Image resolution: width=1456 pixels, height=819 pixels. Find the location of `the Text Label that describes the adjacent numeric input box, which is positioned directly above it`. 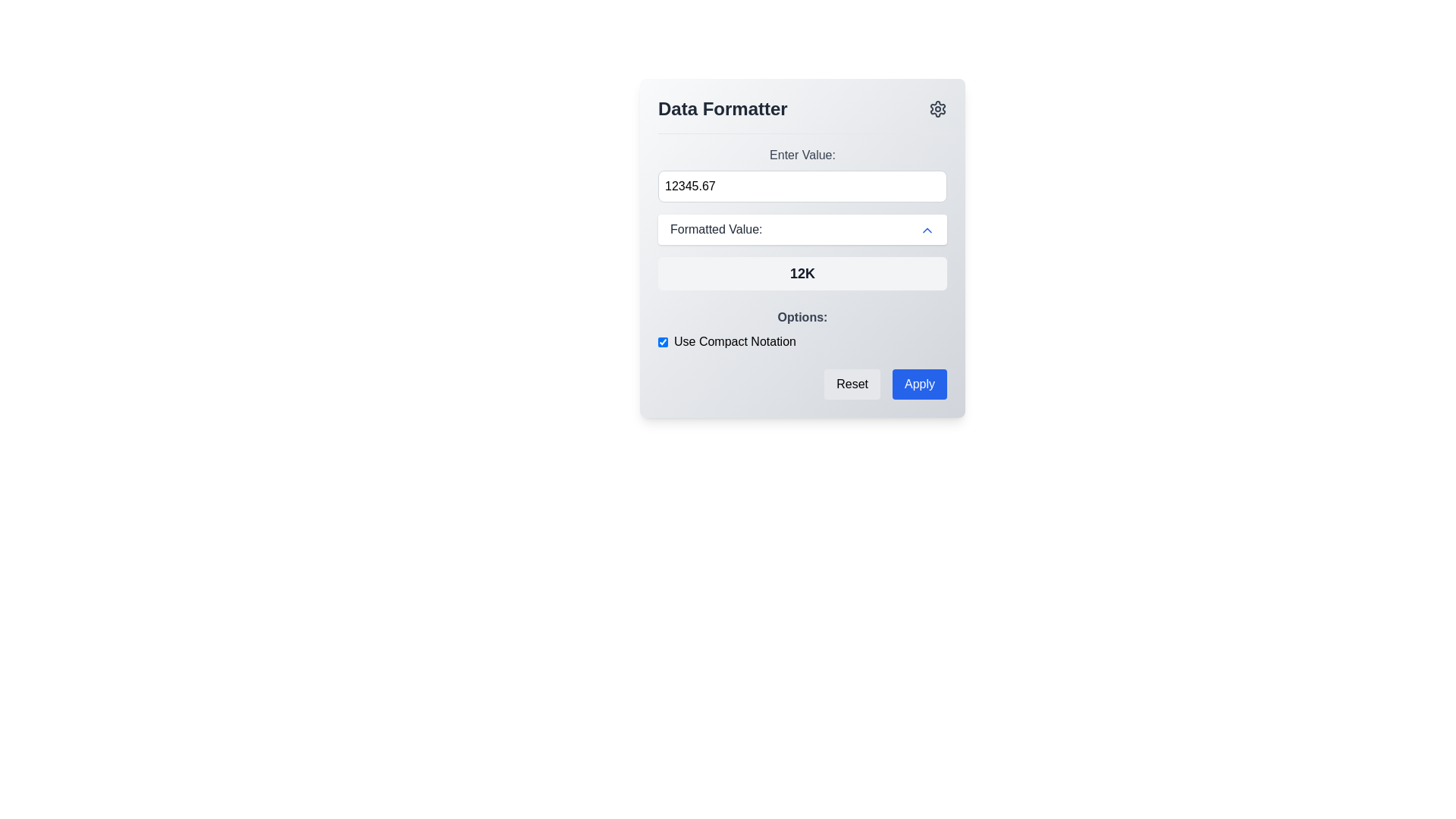

the Text Label that describes the adjacent numeric input box, which is positioned directly above it is located at coordinates (802, 155).